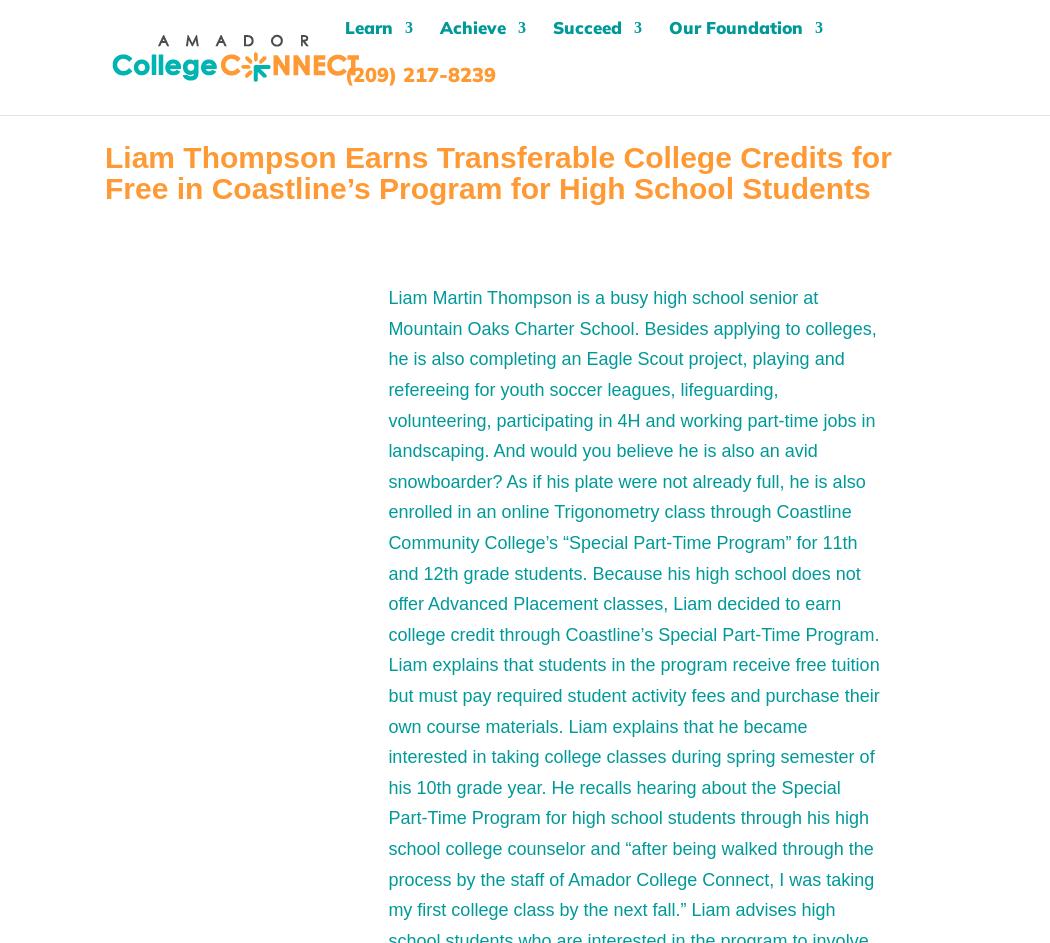  What do you see at coordinates (577, 277) in the screenshot?
I see `'► Peer Mentoring'` at bounding box center [577, 277].